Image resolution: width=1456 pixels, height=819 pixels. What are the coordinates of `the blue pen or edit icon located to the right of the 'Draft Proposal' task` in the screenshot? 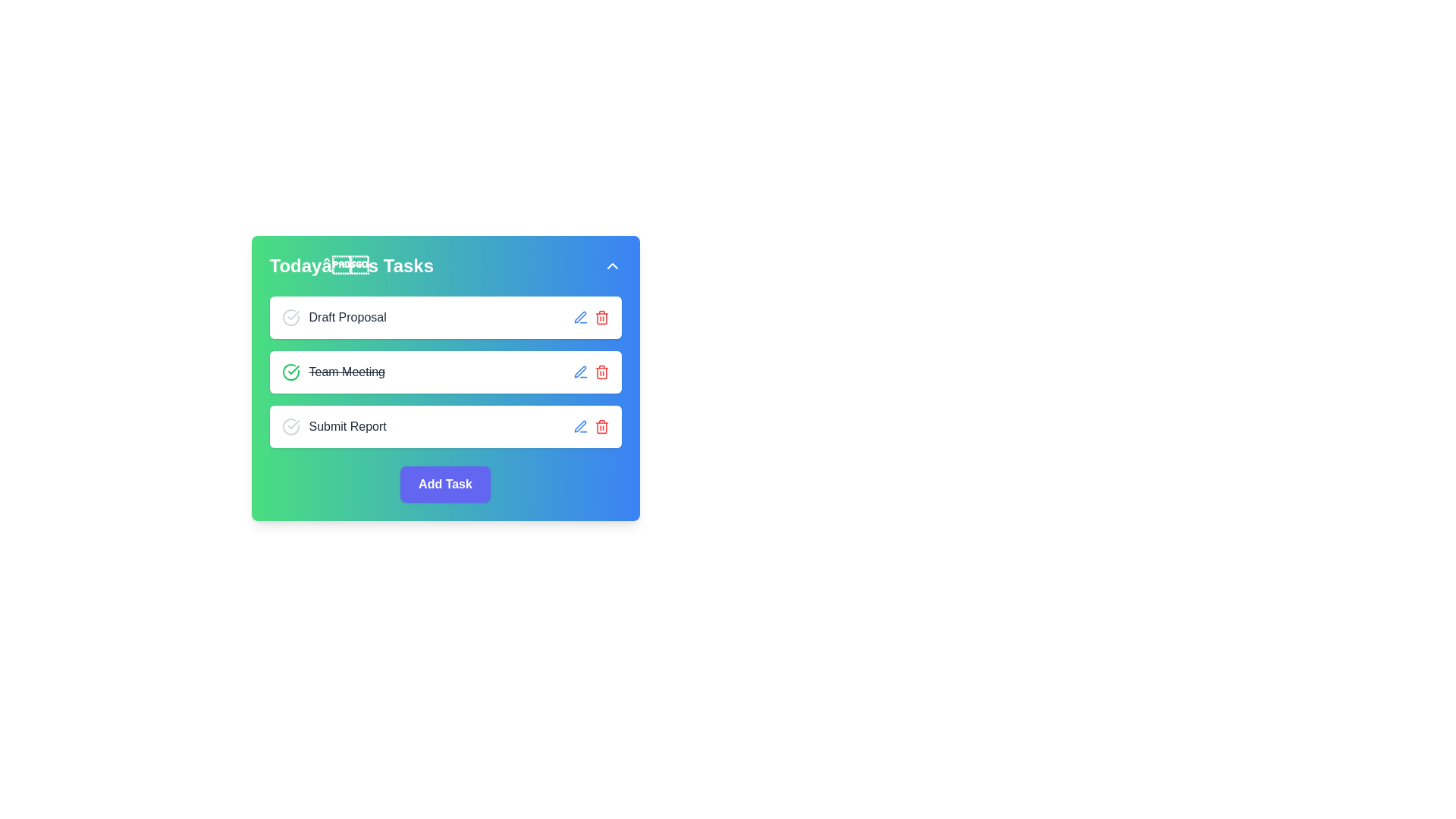 It's located at (579, 372).